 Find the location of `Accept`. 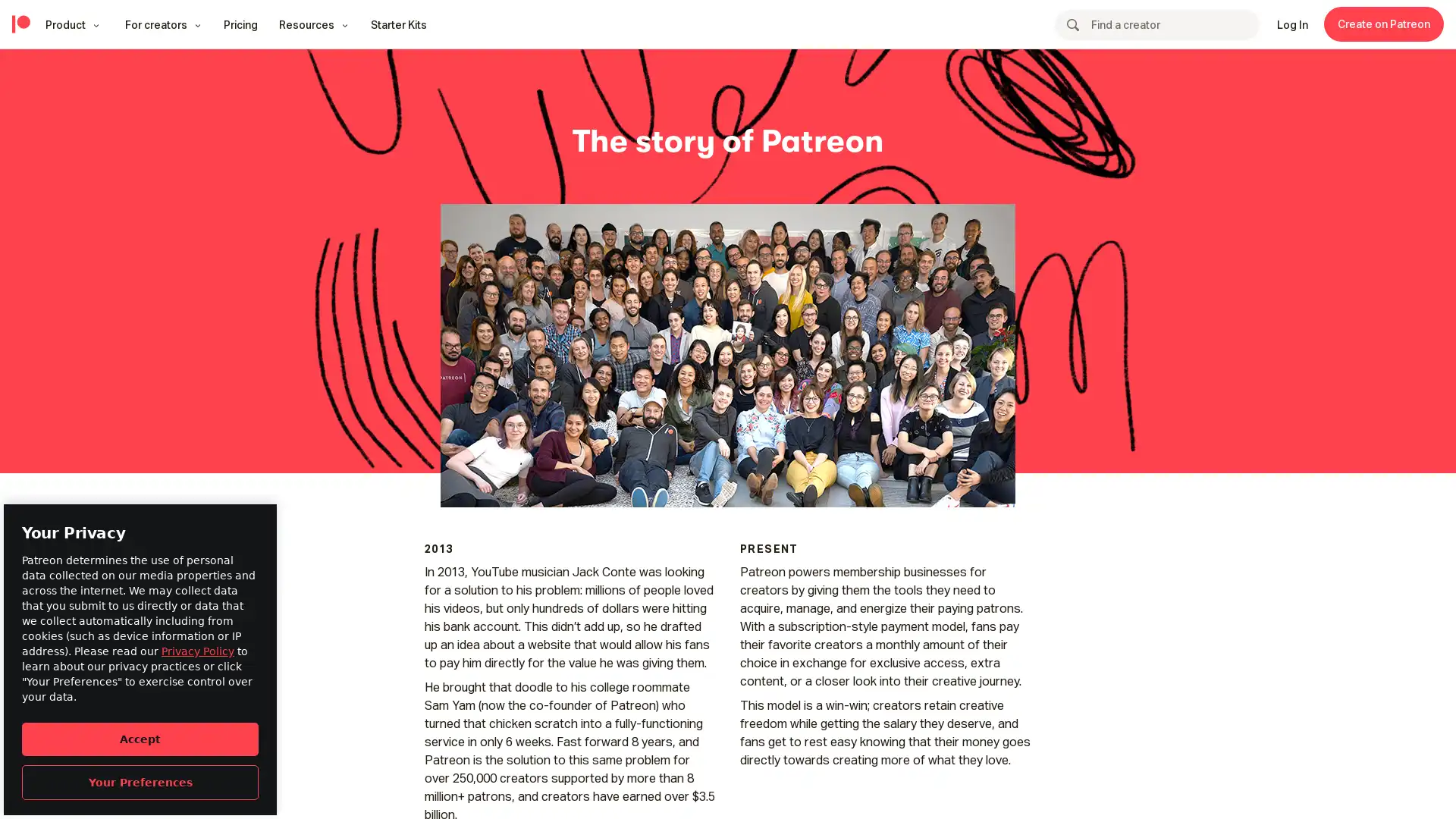

Accept is located at coordinates (140, 738).